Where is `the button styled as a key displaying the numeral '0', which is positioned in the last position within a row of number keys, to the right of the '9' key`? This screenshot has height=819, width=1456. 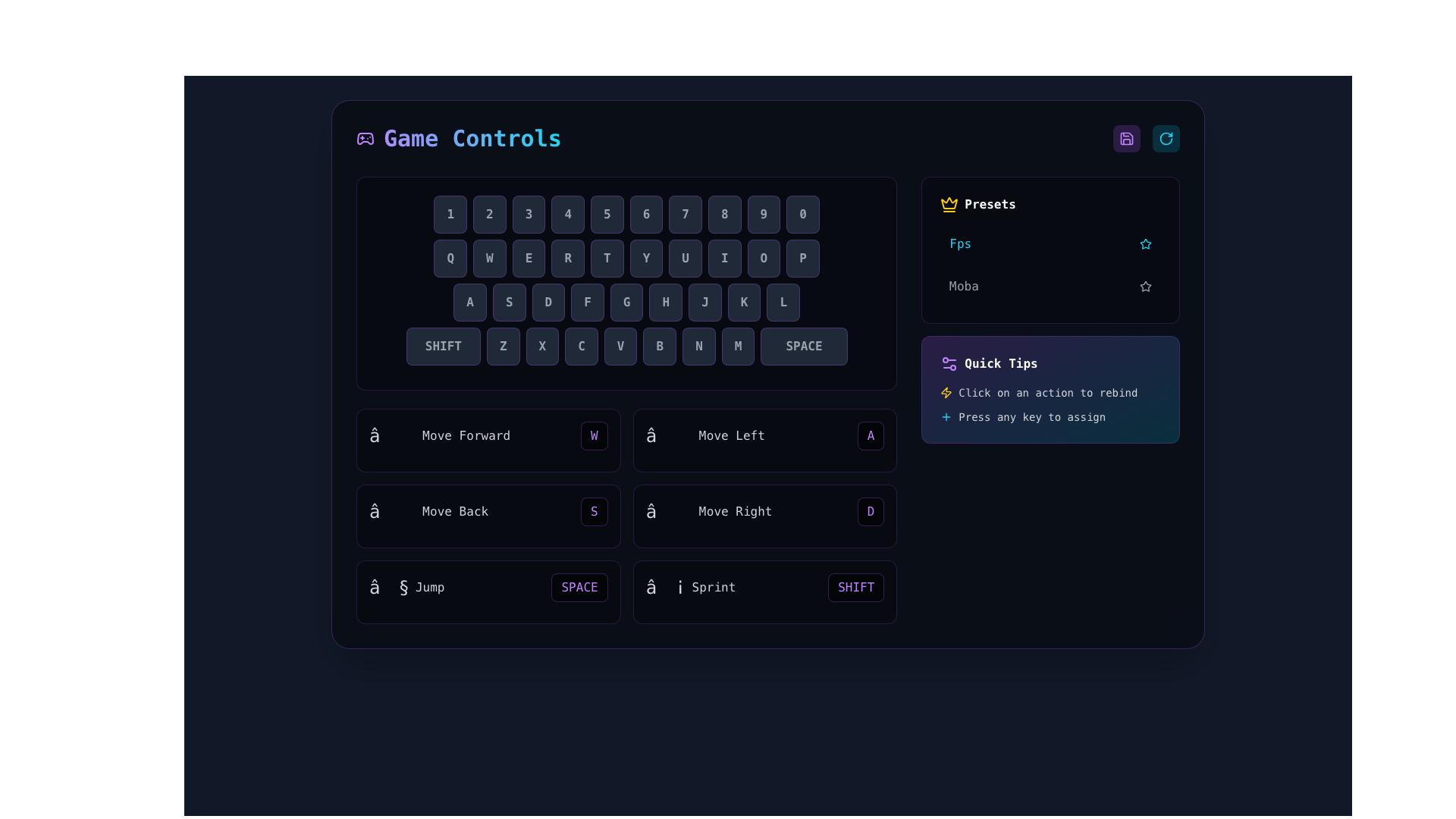 the button styled as a key displaying the numeral '0', which is positioned in the last position within a row of number keys, to the right of the '9' key is located at coordinates (802, 214).